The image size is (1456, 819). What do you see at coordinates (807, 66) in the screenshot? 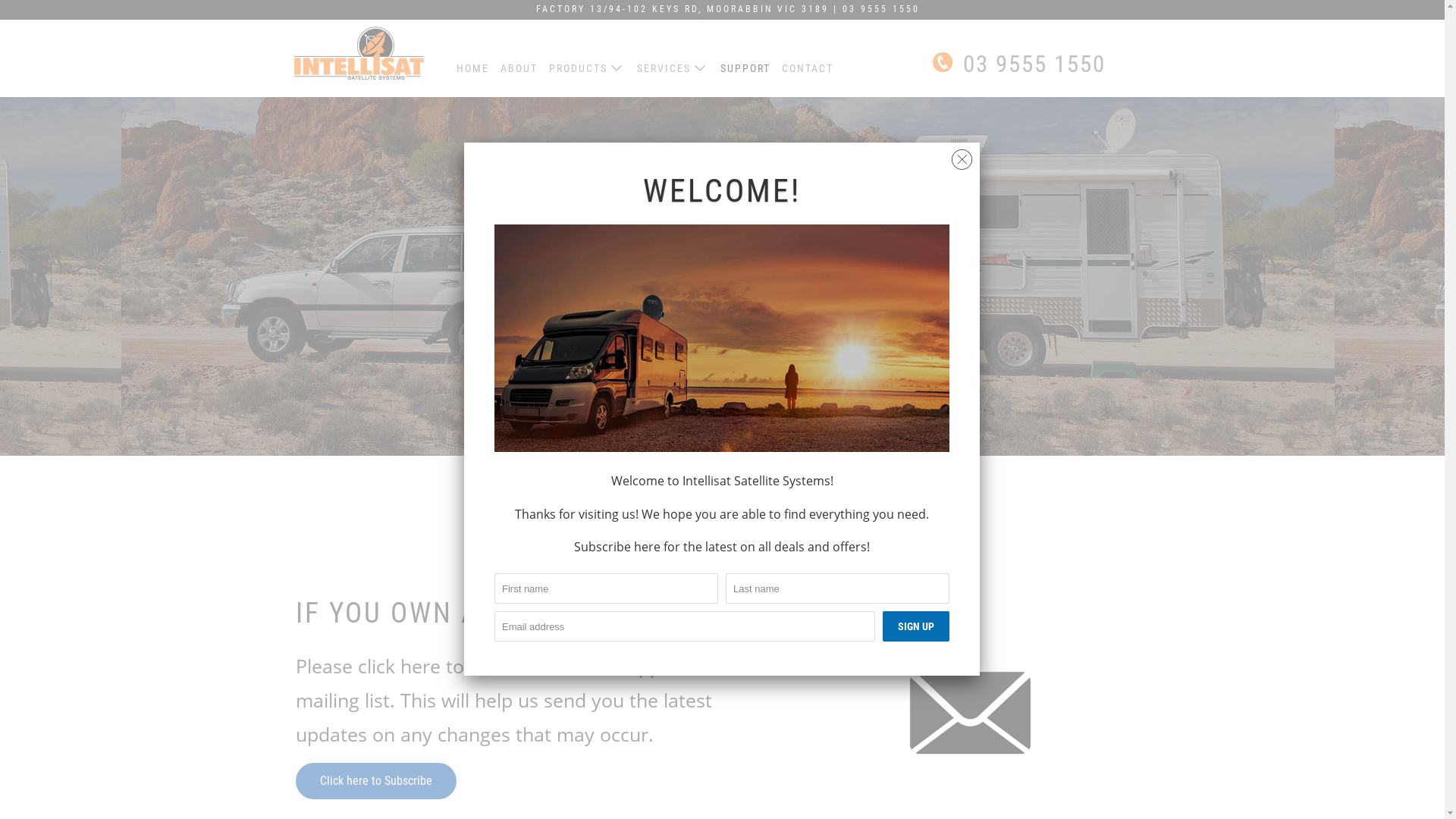
I see `'CONTACT'` at bounding box center [807, 66].